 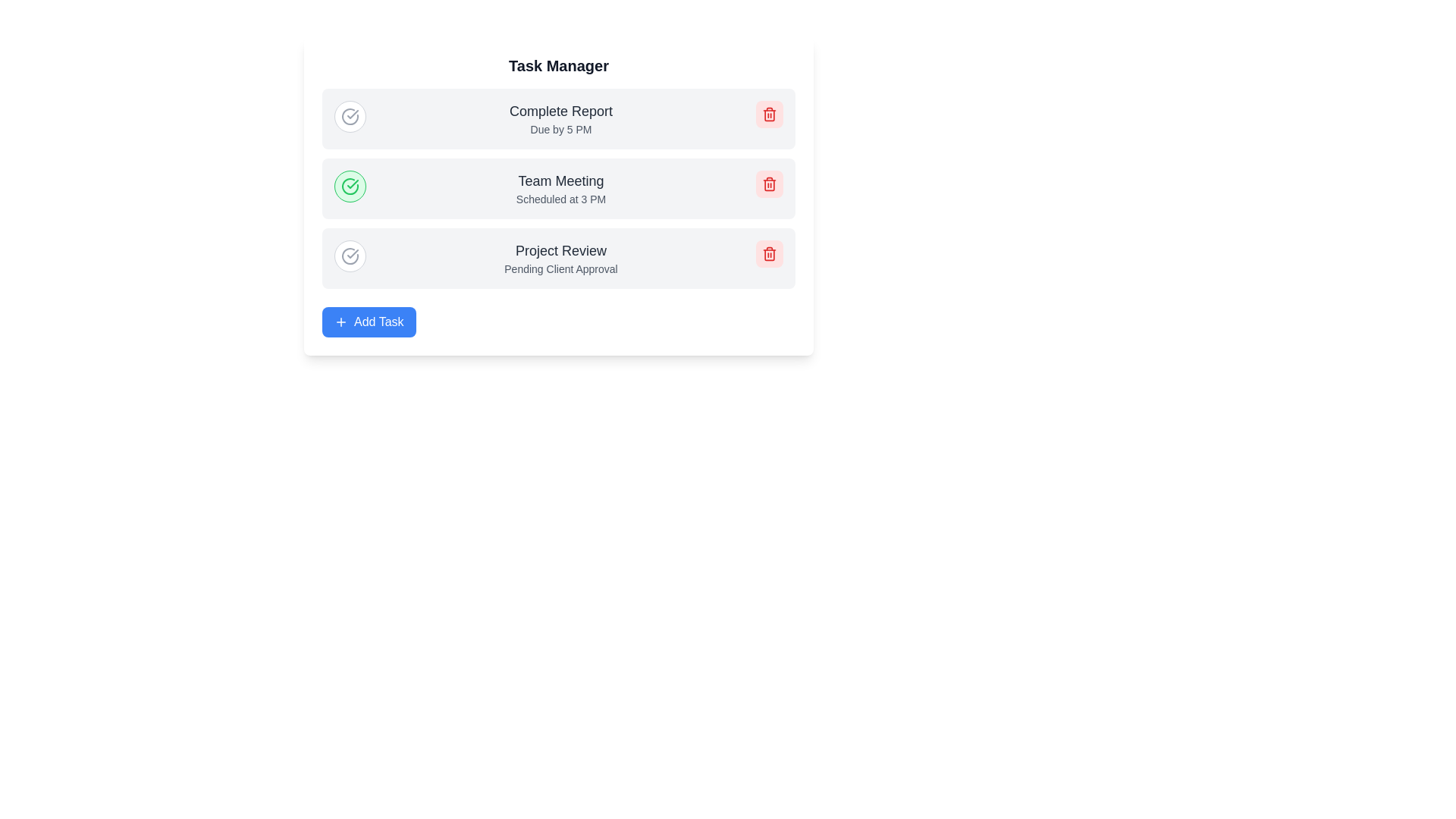 What do you see at coordinates (769, 114) in the screenshot?
I see `the main body of the trash can icon located in the right-side column of the task listing interface, aligned with the 'Complete Report' task` at bounding box center [769, 114].